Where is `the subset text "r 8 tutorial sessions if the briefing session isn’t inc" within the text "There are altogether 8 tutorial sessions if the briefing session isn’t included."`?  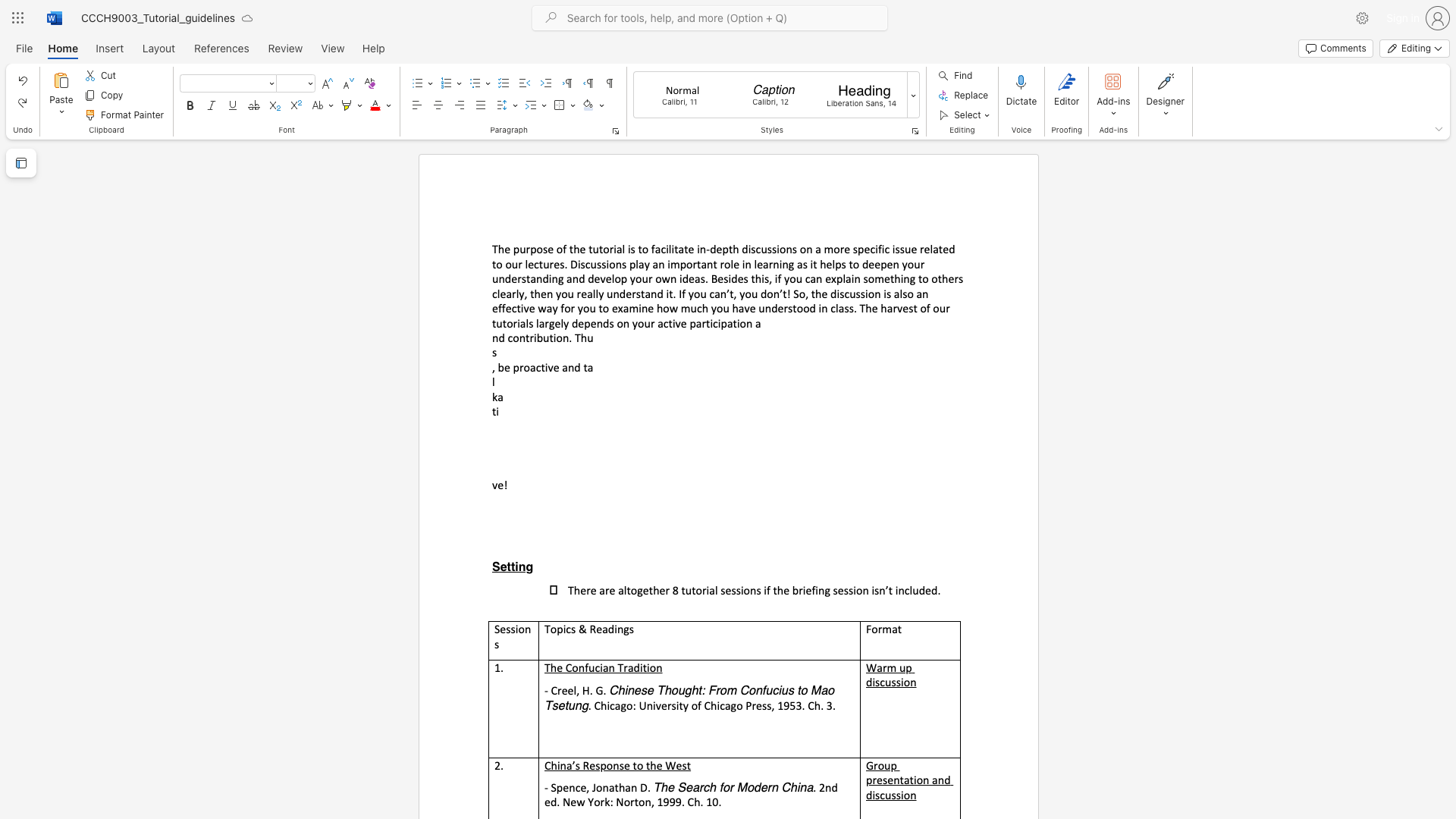
the subset text "r 8 tutorial sessions if the briefing session isn’t inc" within the text "There are altogether 8 tutorial sessions if the briefing session isn’t included." is located at coordinates (665, 589).